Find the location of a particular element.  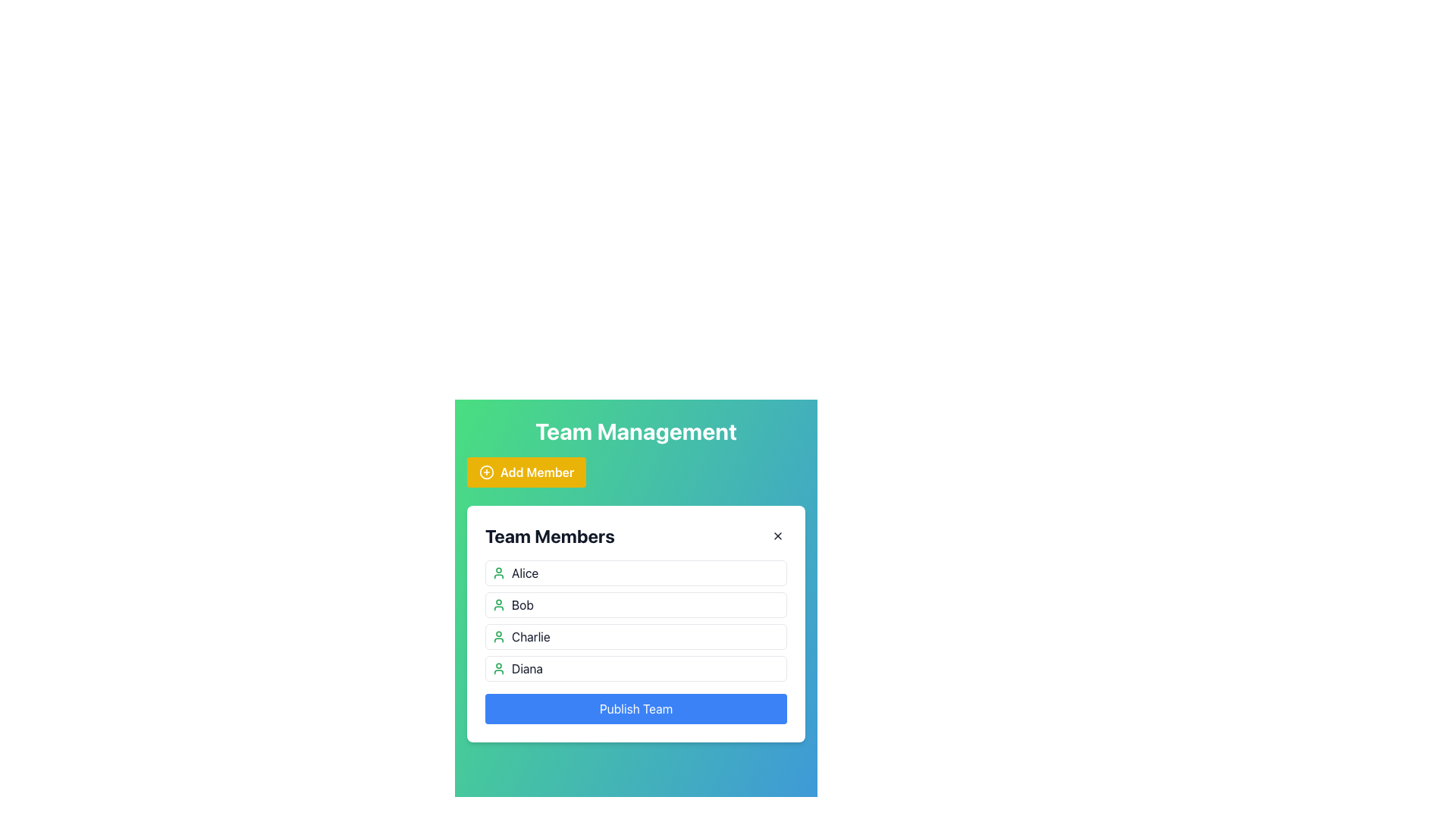

the user profile icon representing 'Diana' is located at coordinates (498, 668).